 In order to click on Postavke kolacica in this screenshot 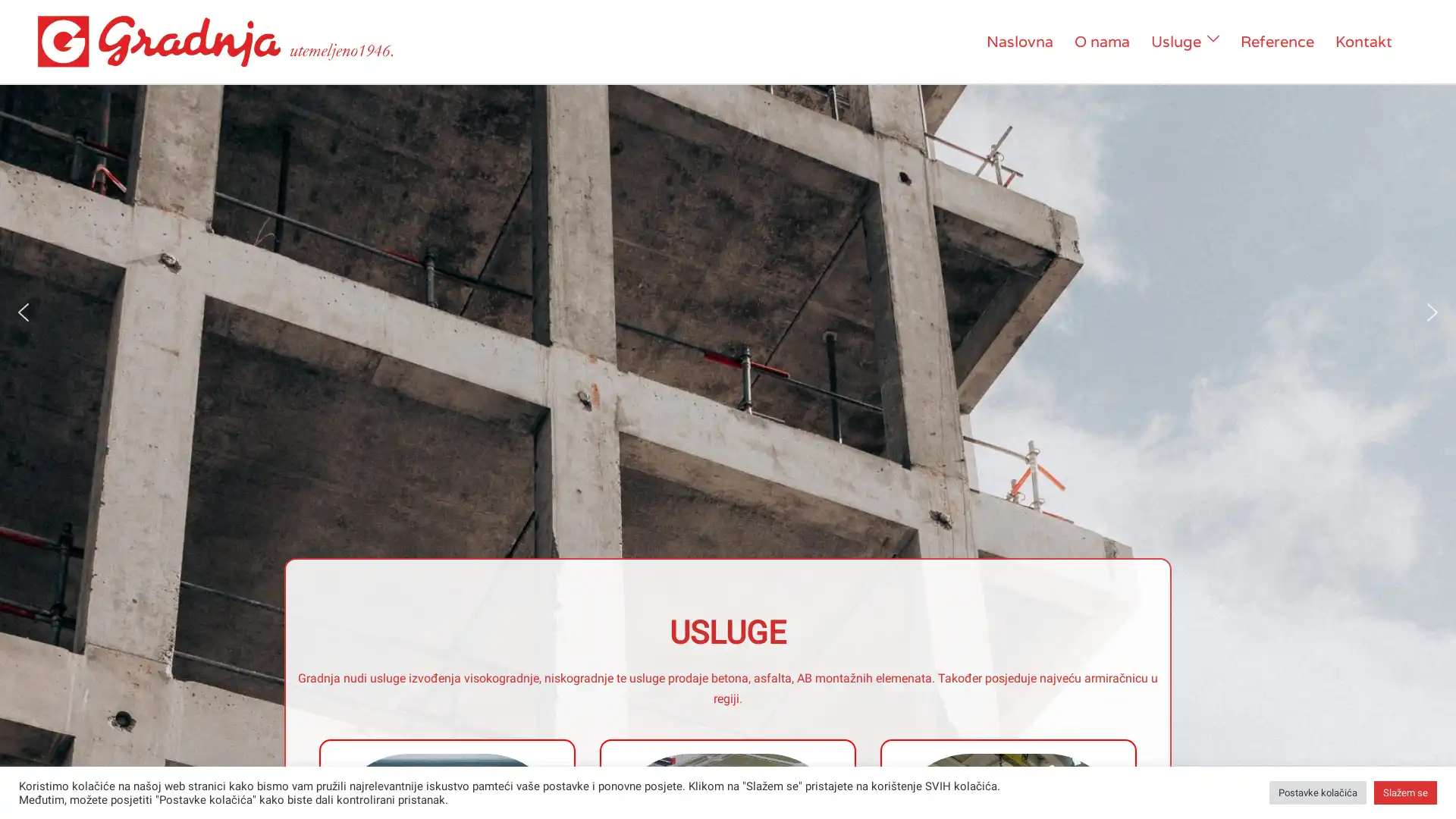, I will do `click(1316, 792)`.